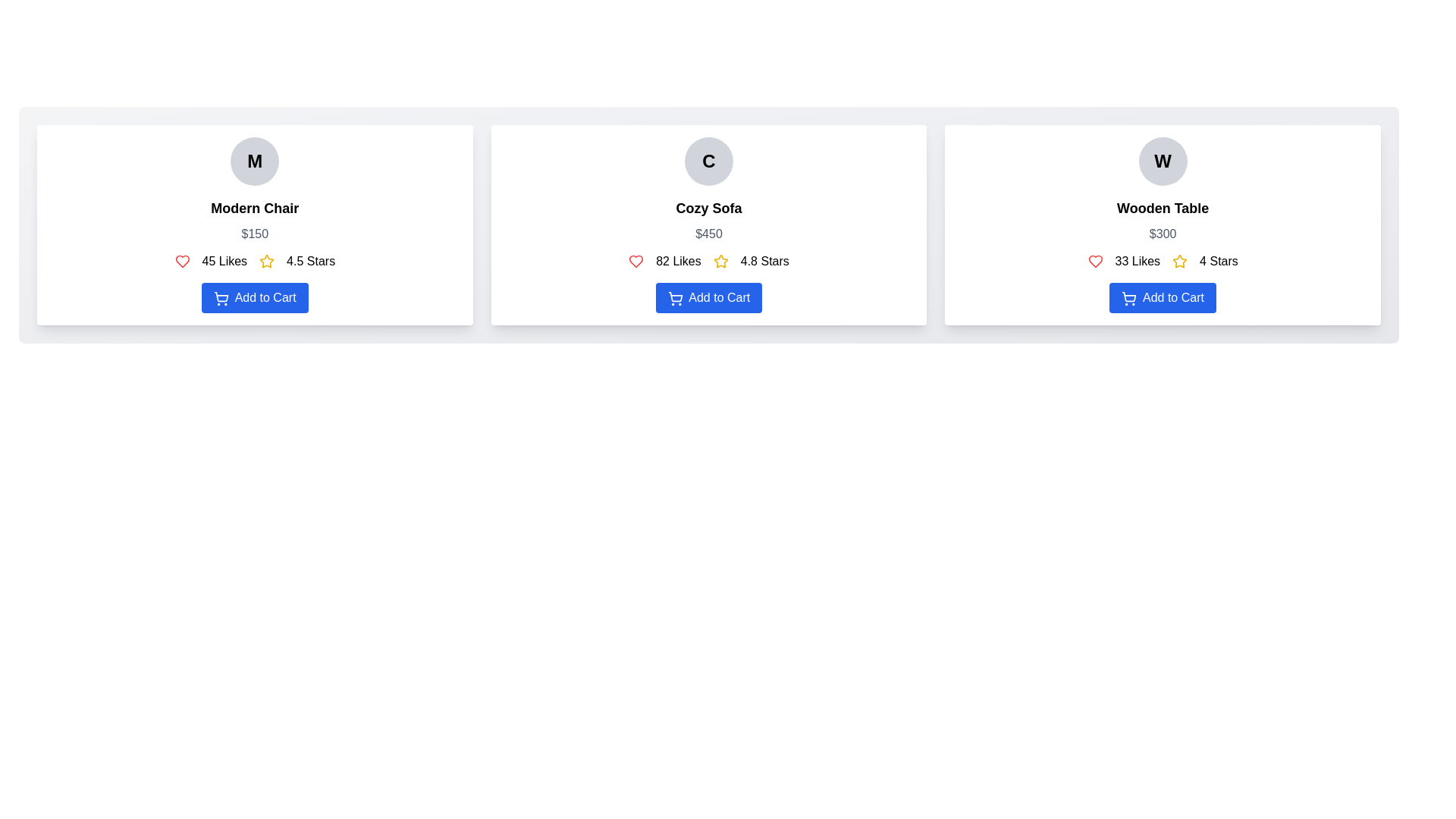 The image size is (1456, 819). What do you see at coordinates (708, 161) in the screenshot?
I see `the circular badge icon with a gray background and a black letter 'C' located at the top center of the product card for 'Cozy Sofa'` at bounding box center [708, 161].